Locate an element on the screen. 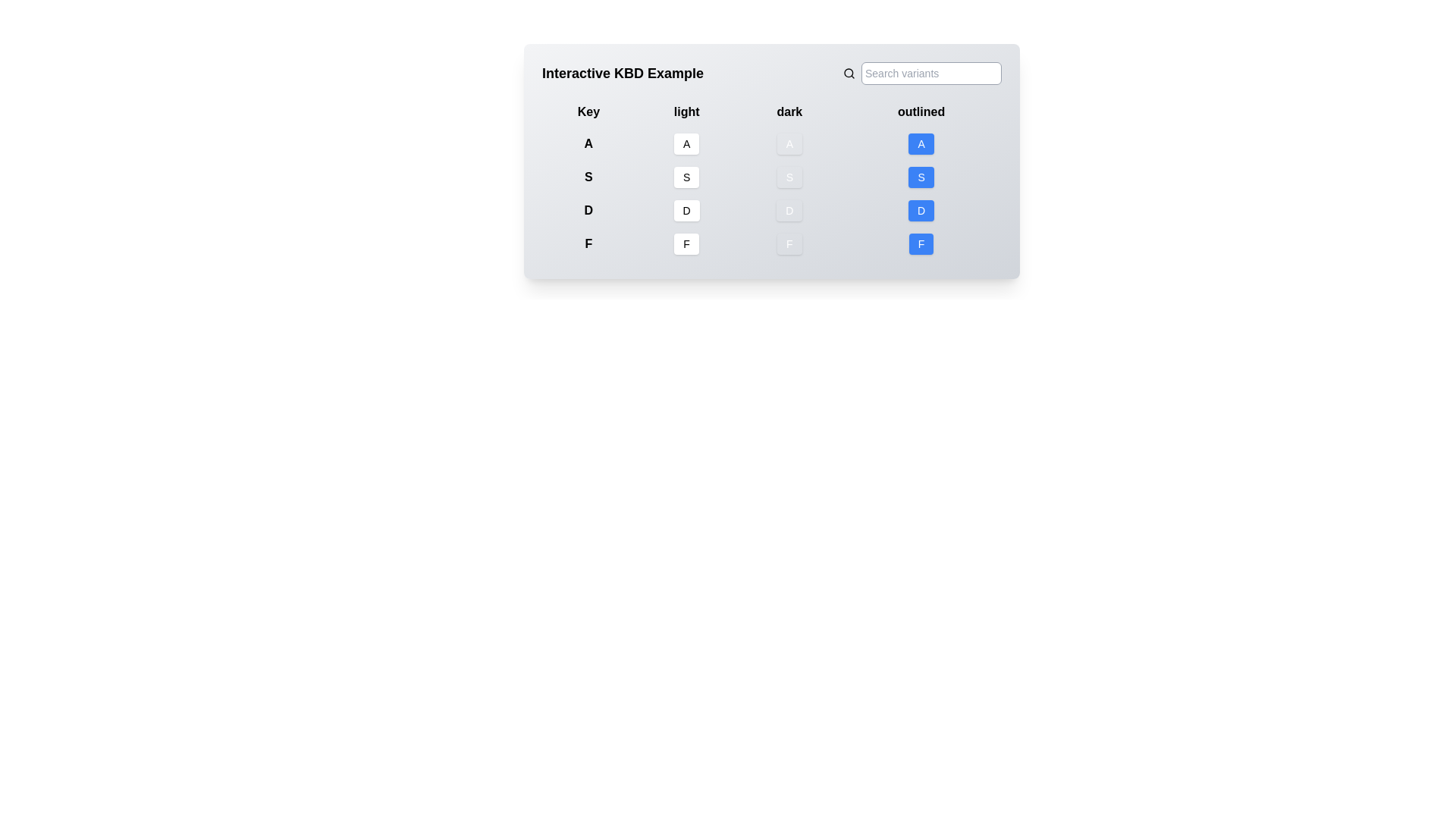  the button labeled 'S' that represents a 'light' style variant, positioned under the 'light' column and aligned horizontally with adjacent elements in the same row is located at coordinates (686, 177).